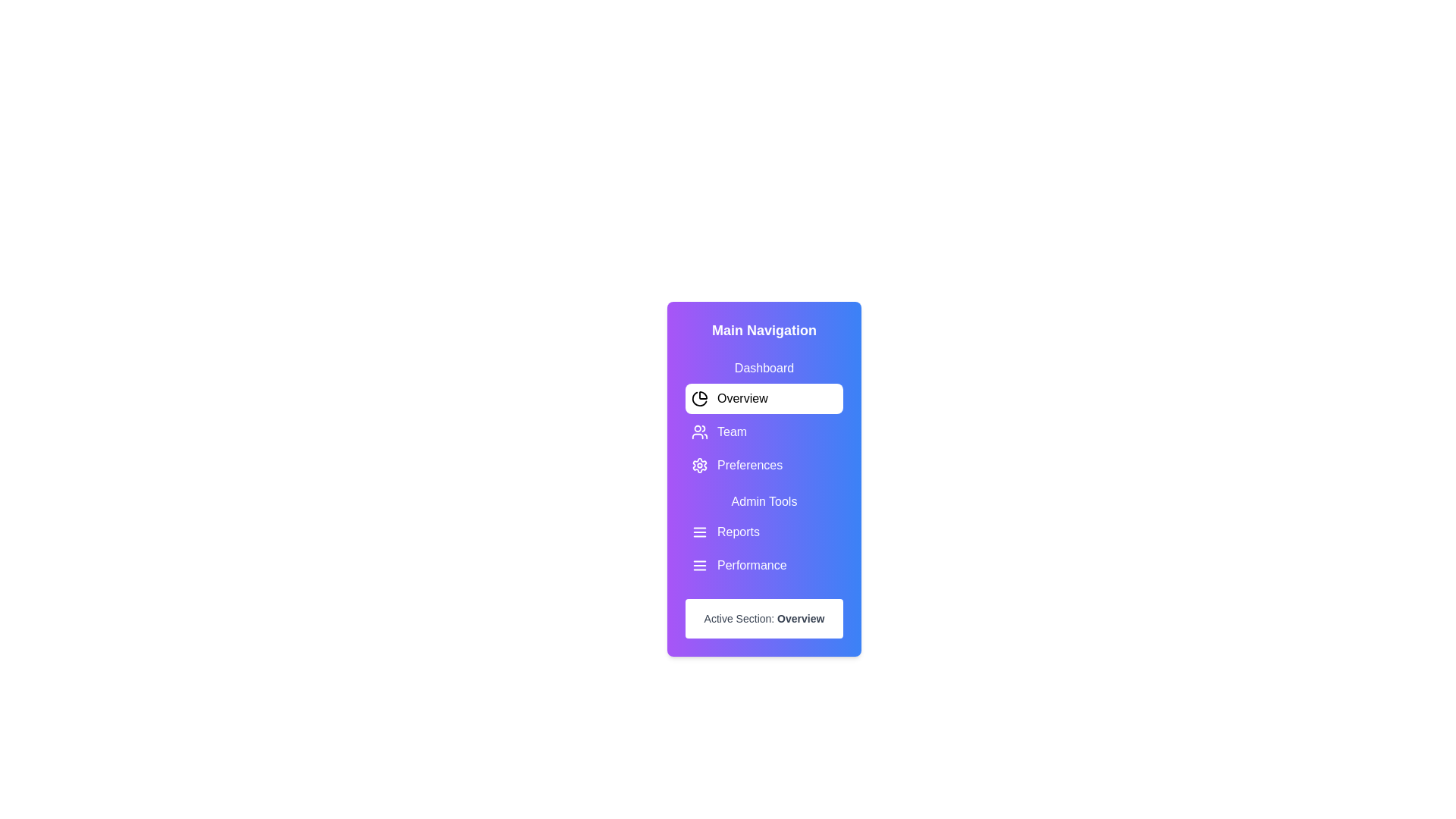  What do you see at coordinates (764, 397) in the screenshot?
I see `the menu option labeled Overview` at bounding box center [764, 397].